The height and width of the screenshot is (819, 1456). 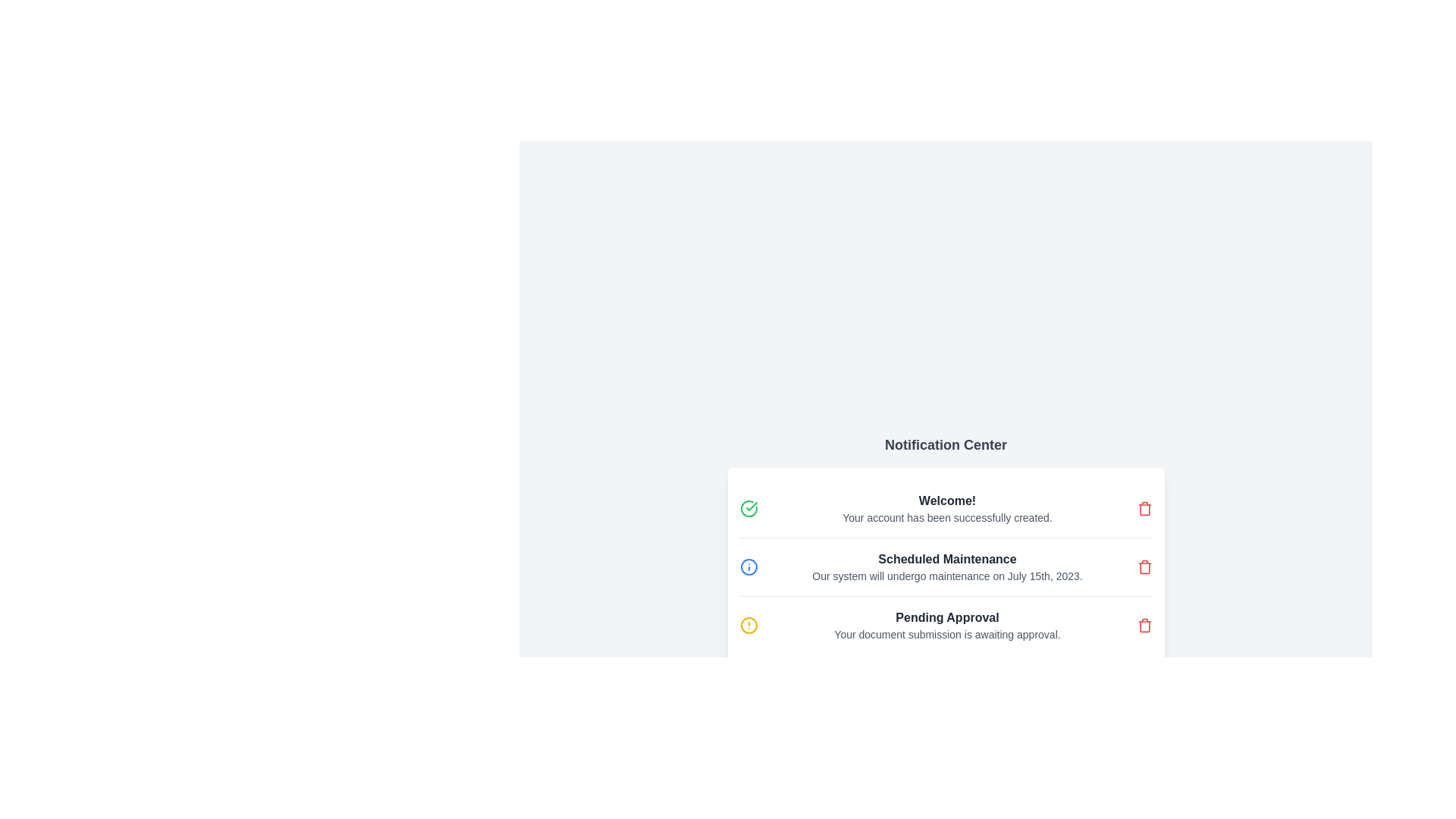 What do you see at coordinates (1144, 626) in the screenshot?
I see `the delete button for the notification titled 'Pending Approval', which is the third icon located to the right of the notification within the notification list` at bounding box center [1144, 626].